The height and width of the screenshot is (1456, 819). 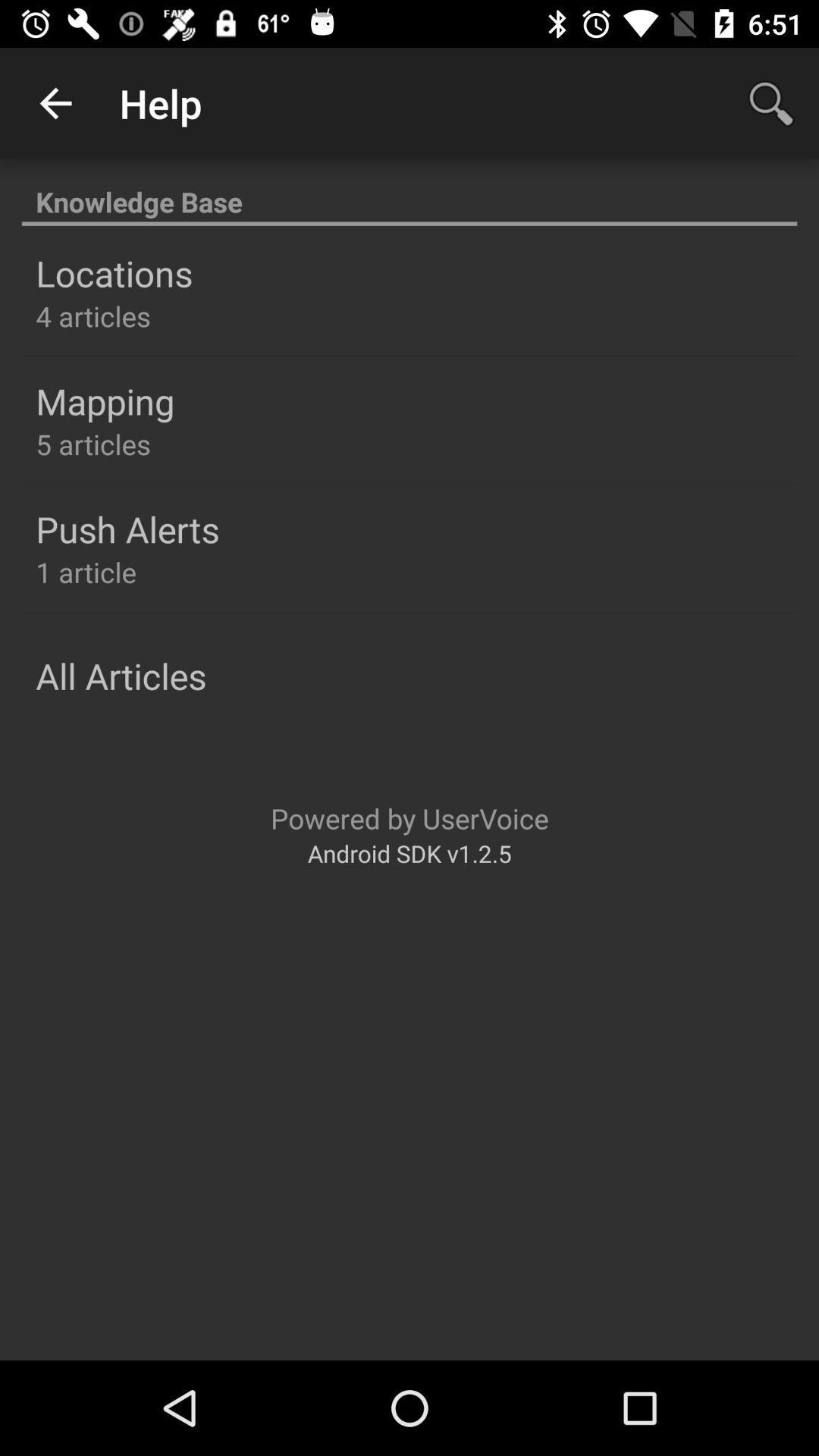 I want to click on the icon at the top right corner, so click(x=771, y=102).